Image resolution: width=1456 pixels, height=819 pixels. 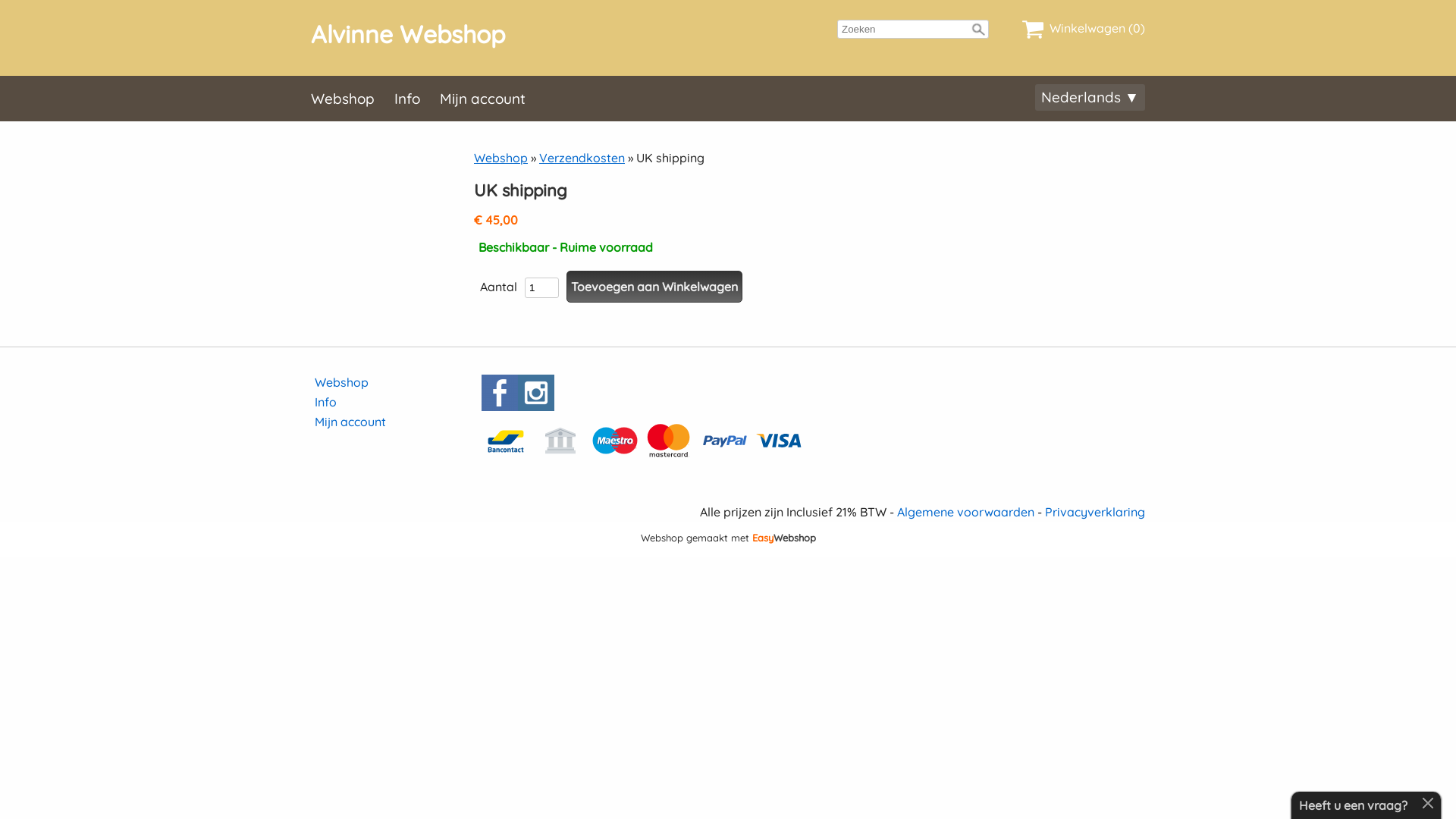 I want to click on 'Webshop', so click(x=352, y=99).